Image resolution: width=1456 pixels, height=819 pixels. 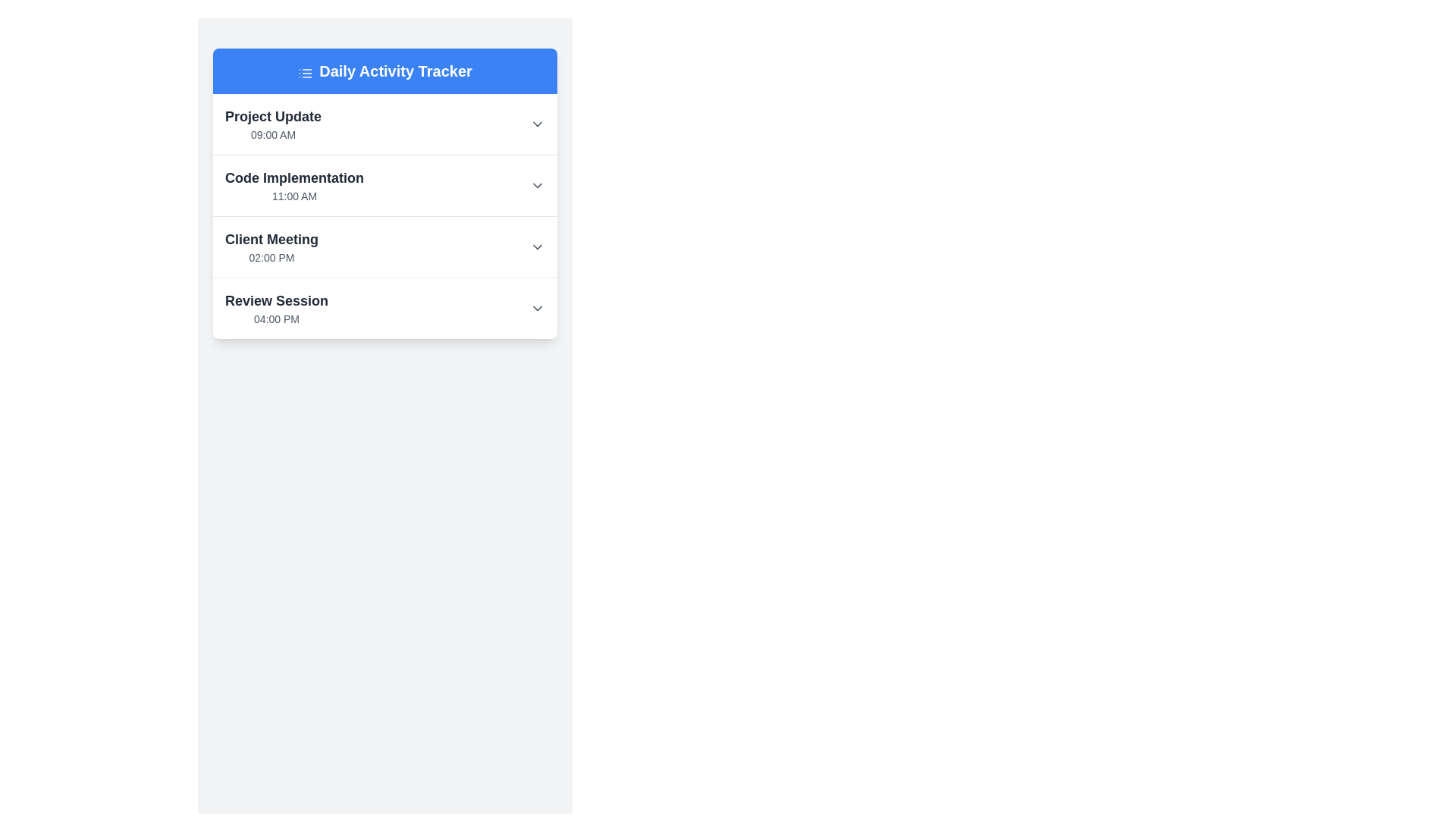 What do you see at coordinates (385, 185) in the screenshot?
I see `the second list item of scheduled activities` at bounding box center [385, 185].